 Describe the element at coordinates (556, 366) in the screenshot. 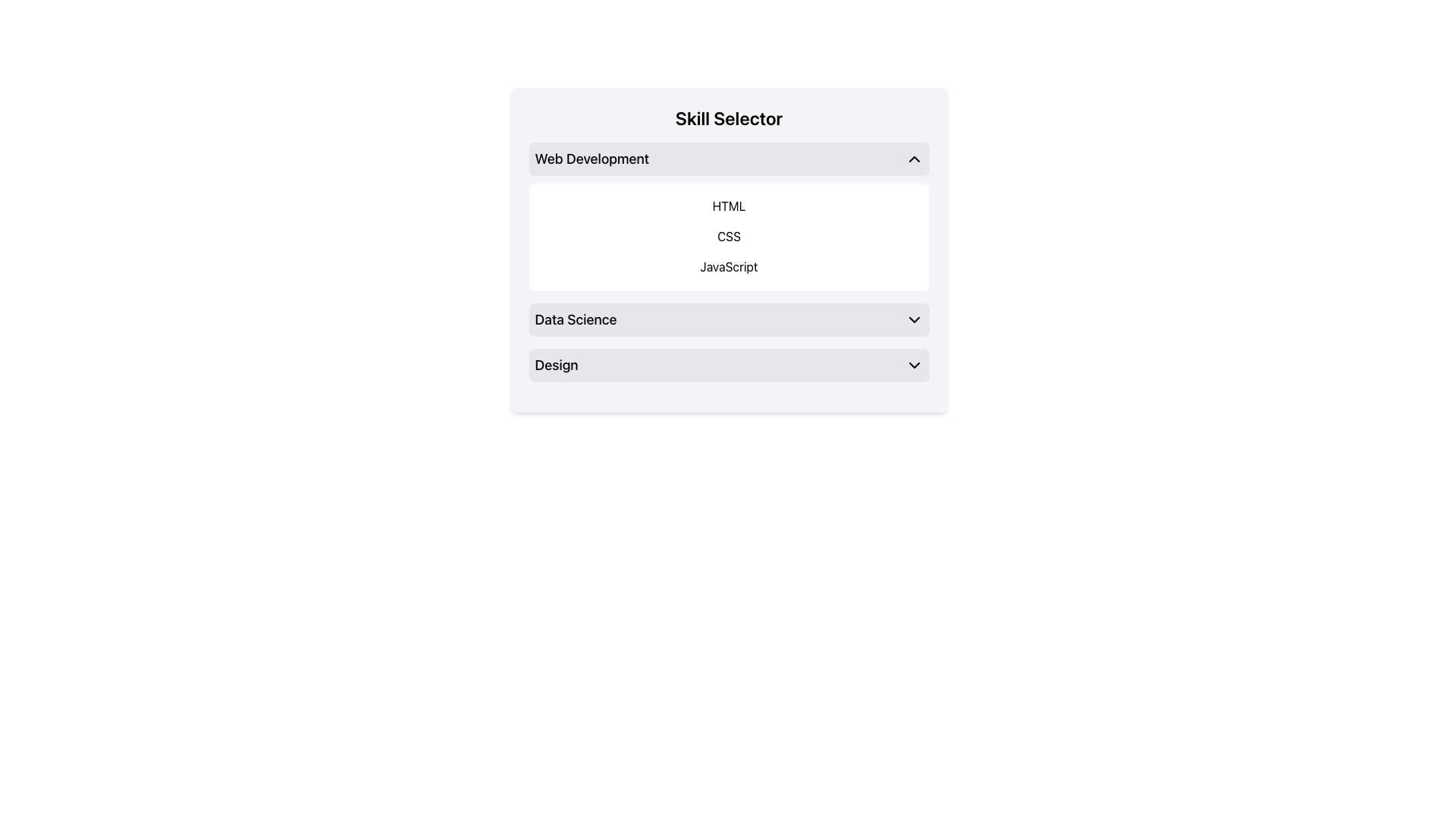

I see `the 'Design' text label located in the 'Design' section beneath the 'Data Science' header in the 'Skill Selector' interface` at that location.